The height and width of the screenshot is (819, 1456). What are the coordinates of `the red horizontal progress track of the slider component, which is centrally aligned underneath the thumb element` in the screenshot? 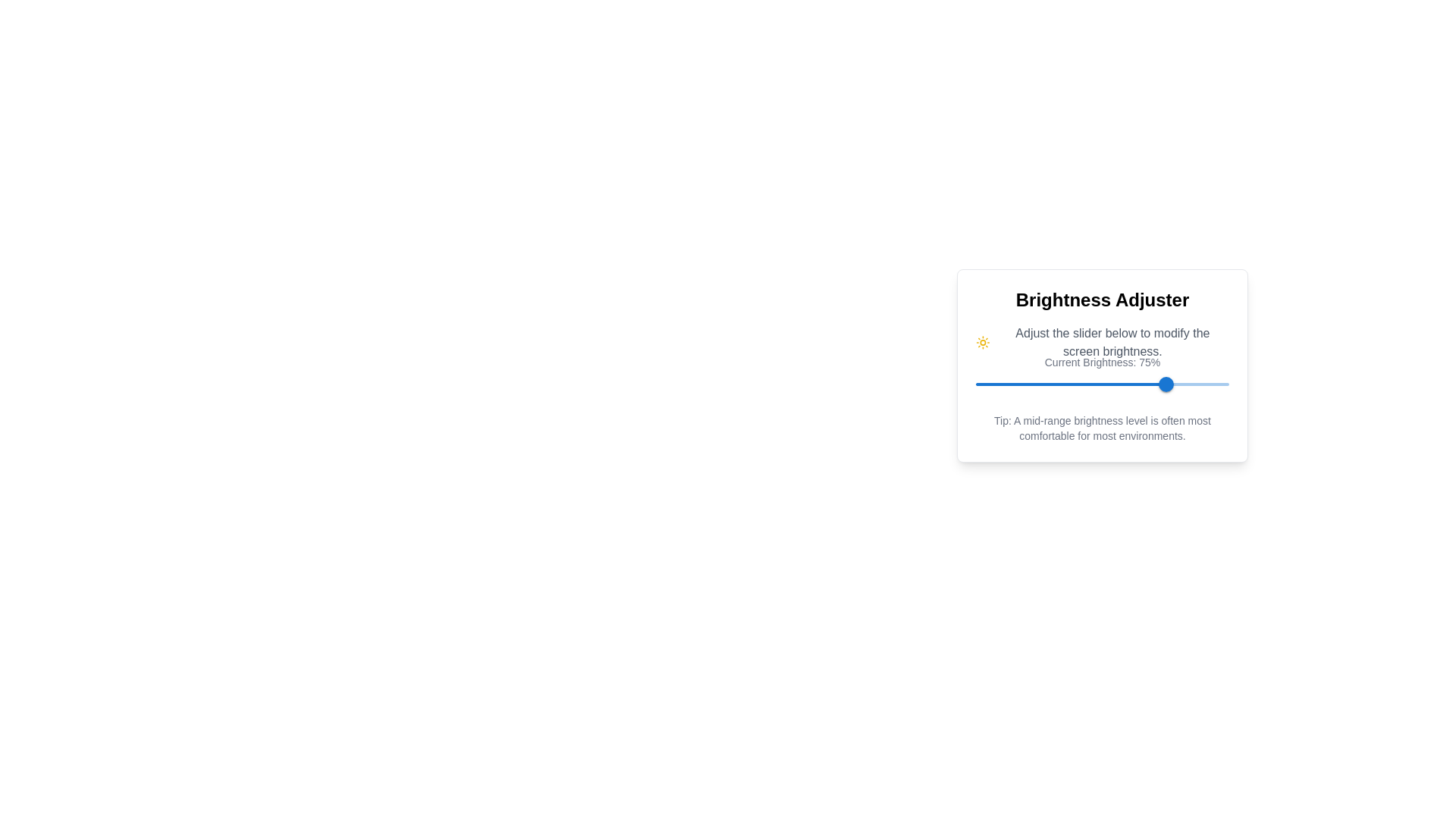 It's located at (1070, 383).